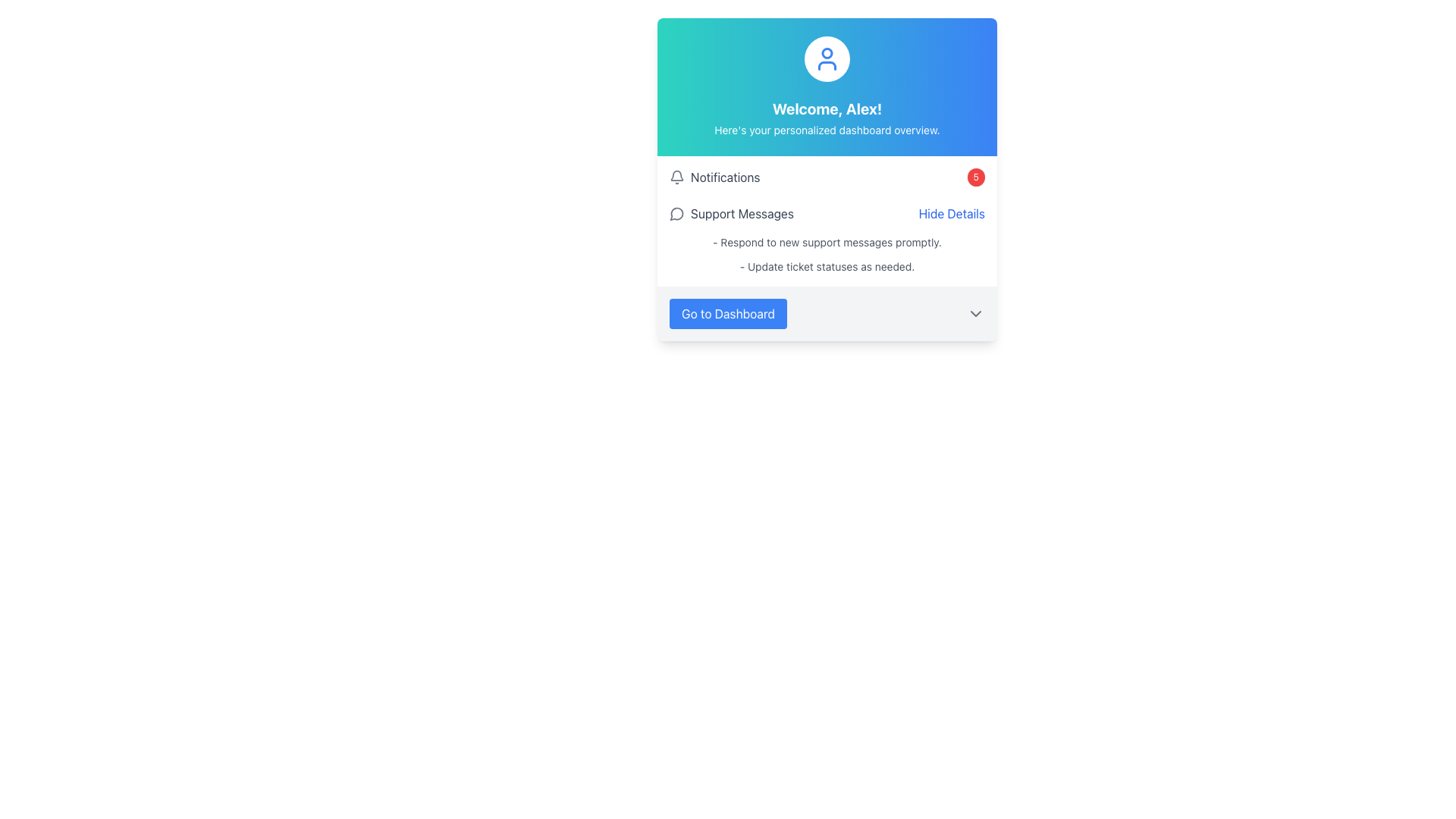  I want to click on the 'Support Messages' static text label, which is styled in gray and located in the Notifications section of the user interface, positioned to the right of a speech bubble icon, so click(742, 213).